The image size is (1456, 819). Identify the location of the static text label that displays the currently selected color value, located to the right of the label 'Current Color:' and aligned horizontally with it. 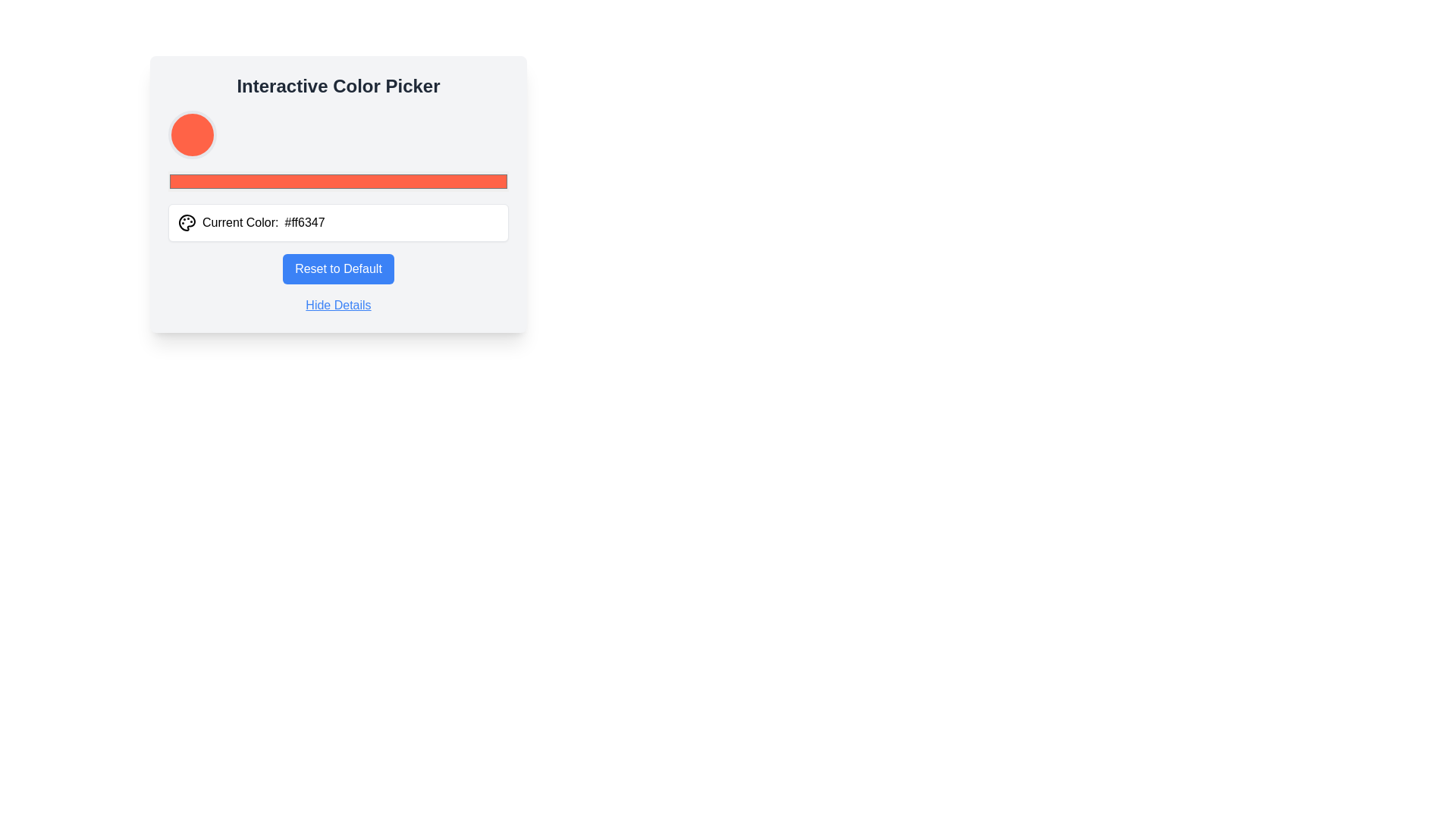
(304, 222).